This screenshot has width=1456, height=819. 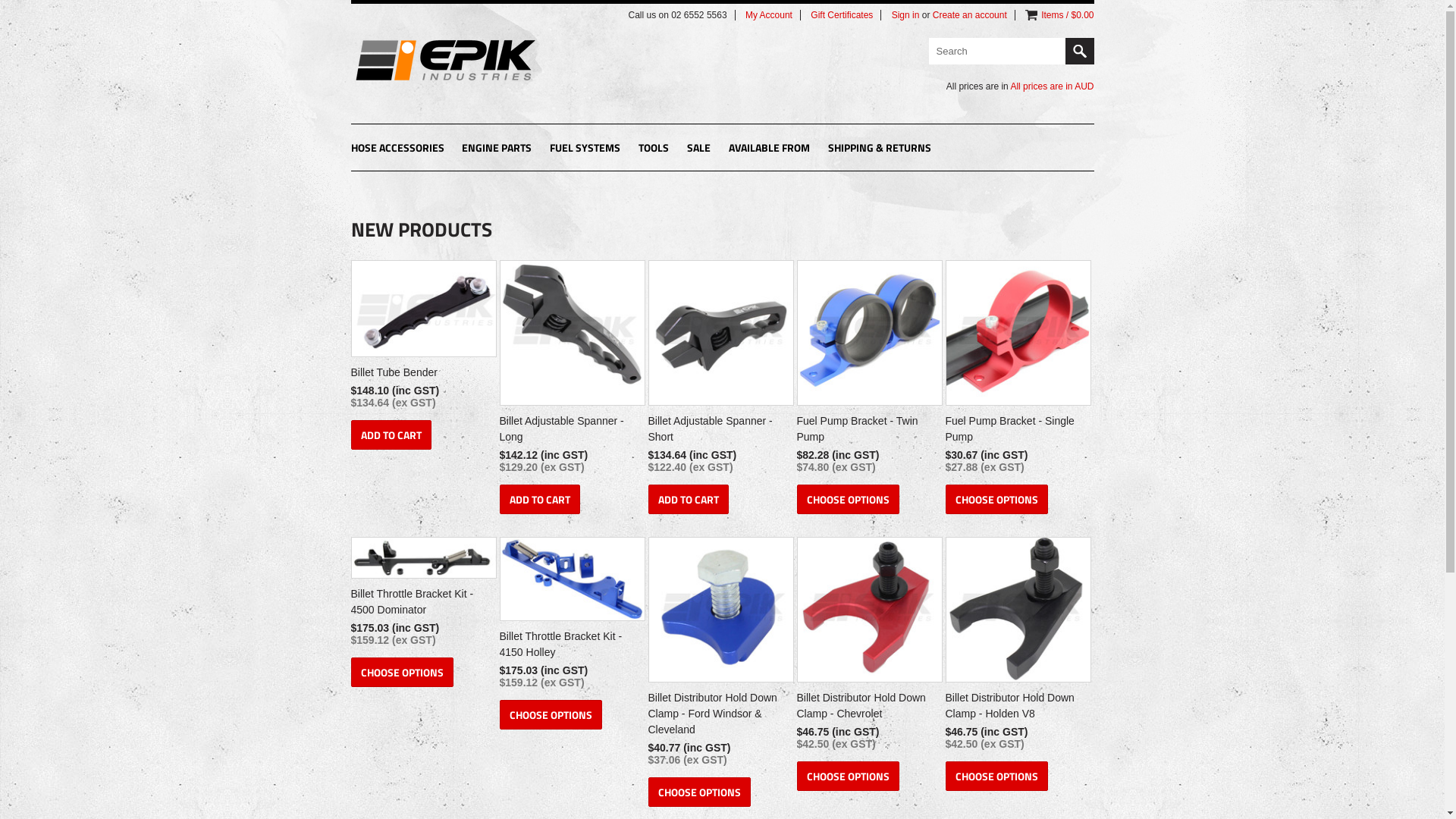 What do you see at coordinates (1015, 708) in the screenshot?
I see `'Billet Distributor Hold Down Clamp - Holden V8'` at bounding box center [1015, 708].